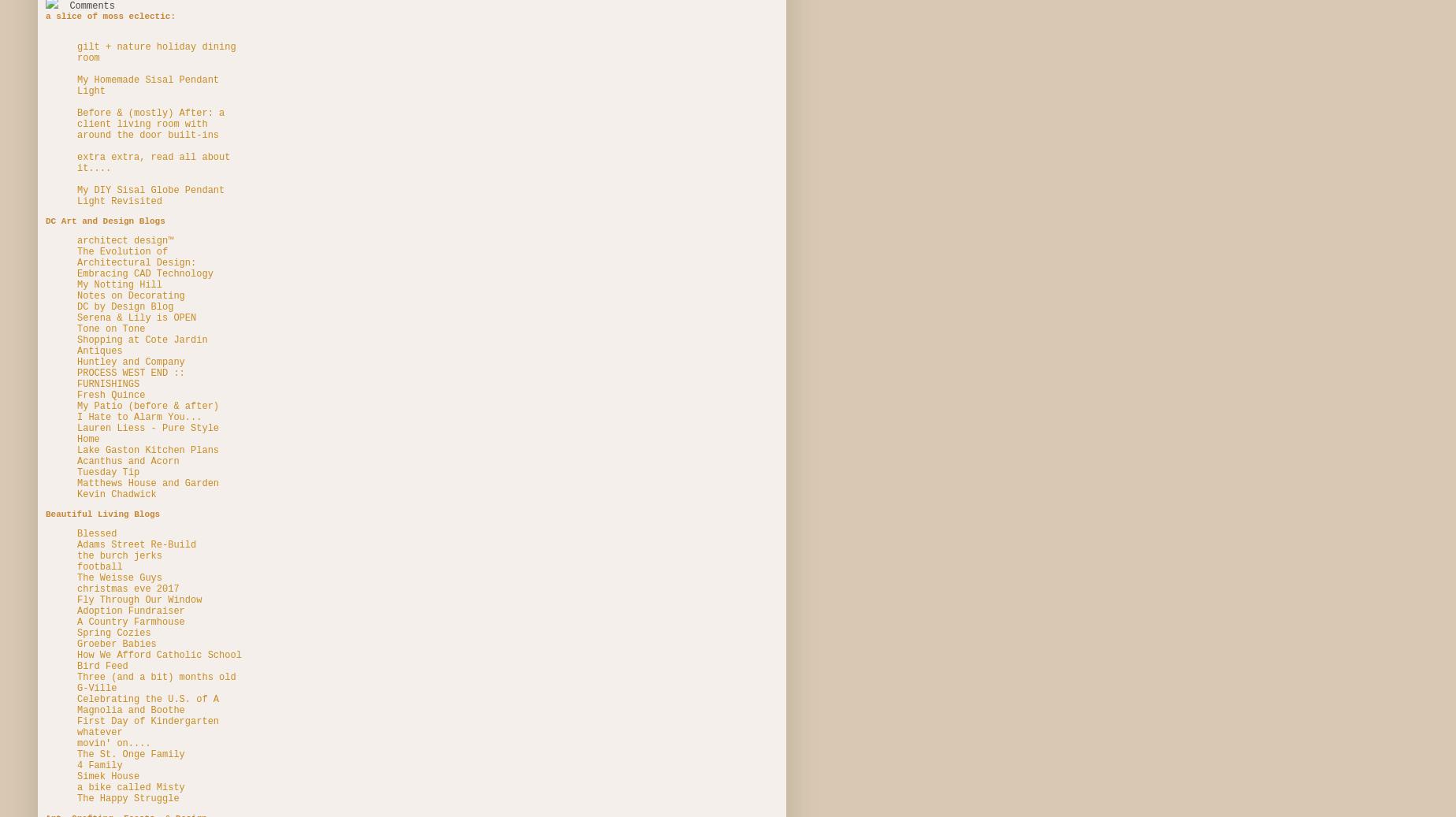 The height and width of the screenshot is (817, 1456). Describe the element at coordinates (76, 261) in the screenshot. I see `'The Evolution of Architectural Design: Embracing CAD Technology'` at that location.